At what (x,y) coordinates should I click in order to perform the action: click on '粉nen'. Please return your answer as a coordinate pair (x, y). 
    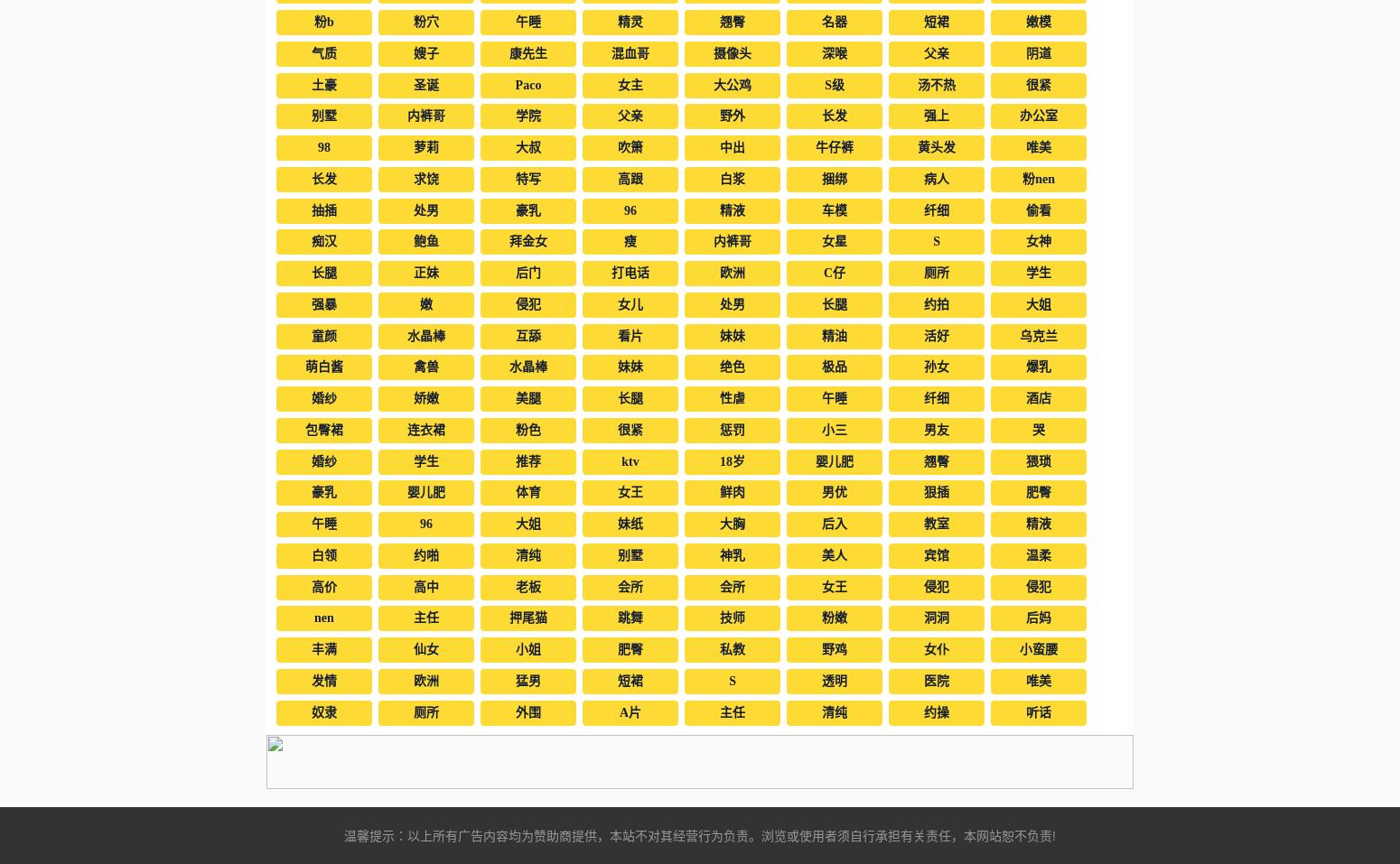
    Looking at the image, I should click on (1037, 177).